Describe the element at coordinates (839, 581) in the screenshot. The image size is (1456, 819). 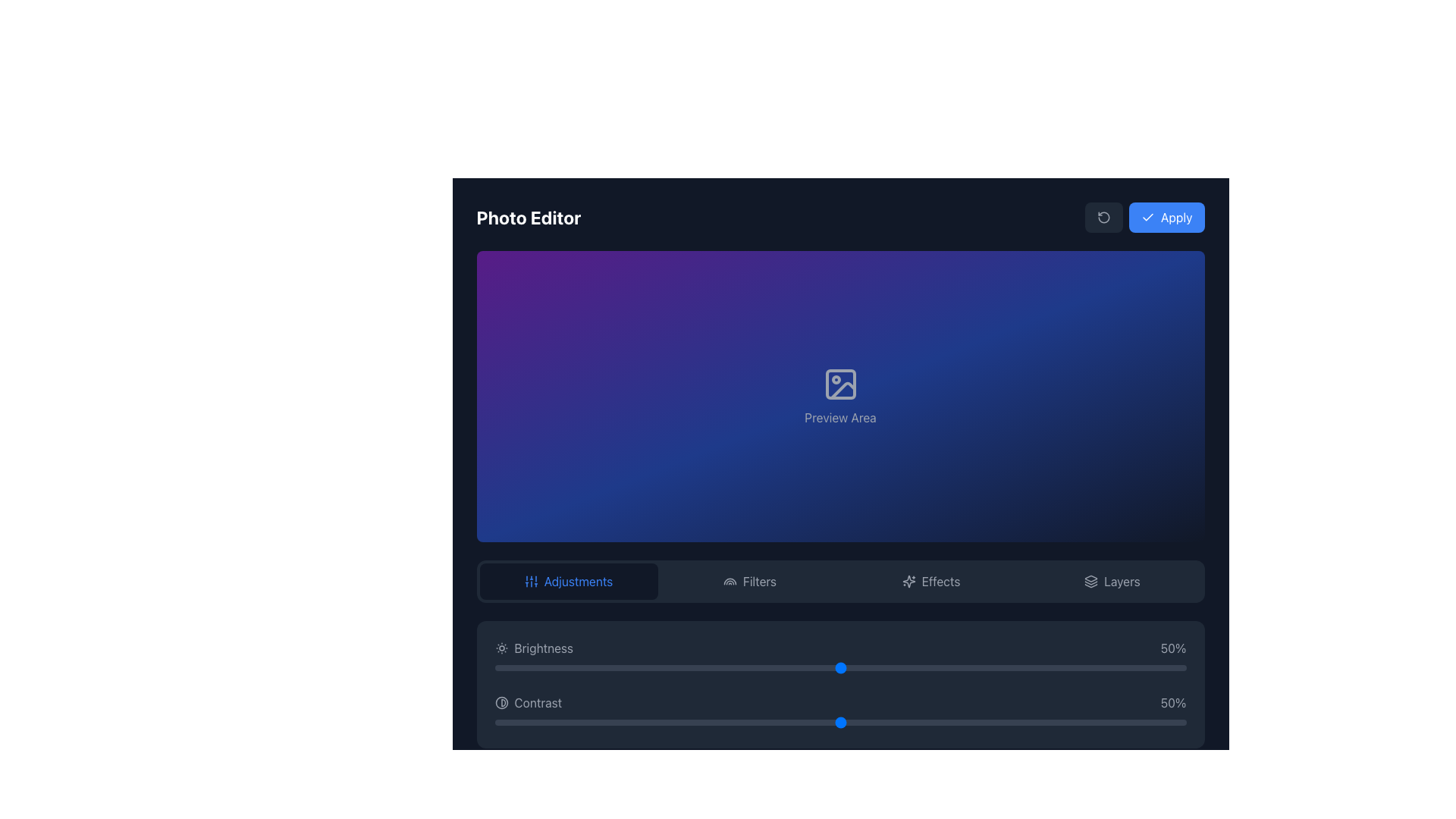
I see `the 'Filters' button in the dark-themed horizontal navigation panel located below the preview area` at that location.